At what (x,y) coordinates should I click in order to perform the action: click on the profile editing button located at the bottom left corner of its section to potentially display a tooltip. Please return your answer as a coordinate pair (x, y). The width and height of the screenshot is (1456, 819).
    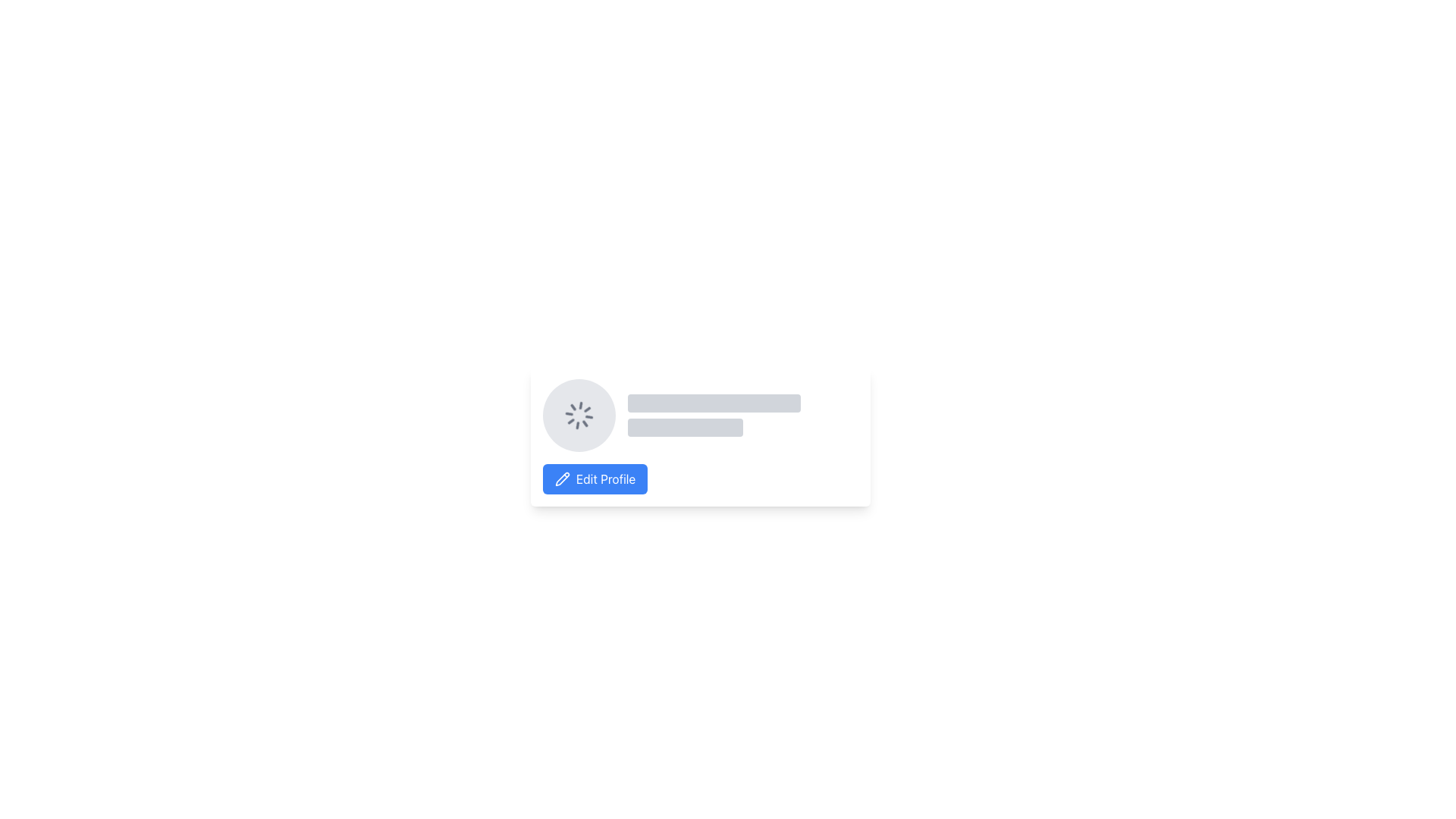
    Looking at the image, I should click on (595, 479).